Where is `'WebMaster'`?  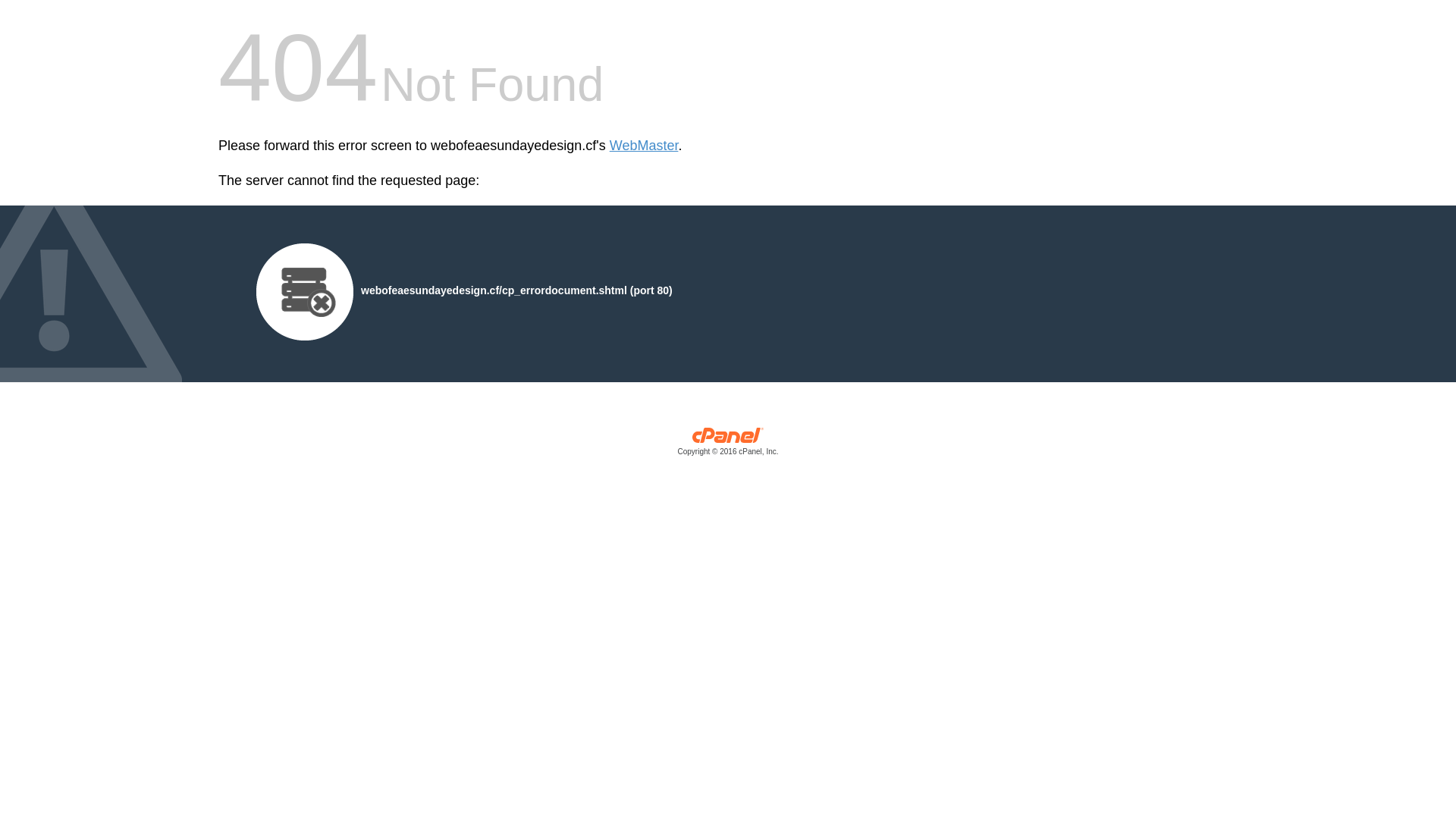 'WebMaster' is located at coordinates (644, 146).